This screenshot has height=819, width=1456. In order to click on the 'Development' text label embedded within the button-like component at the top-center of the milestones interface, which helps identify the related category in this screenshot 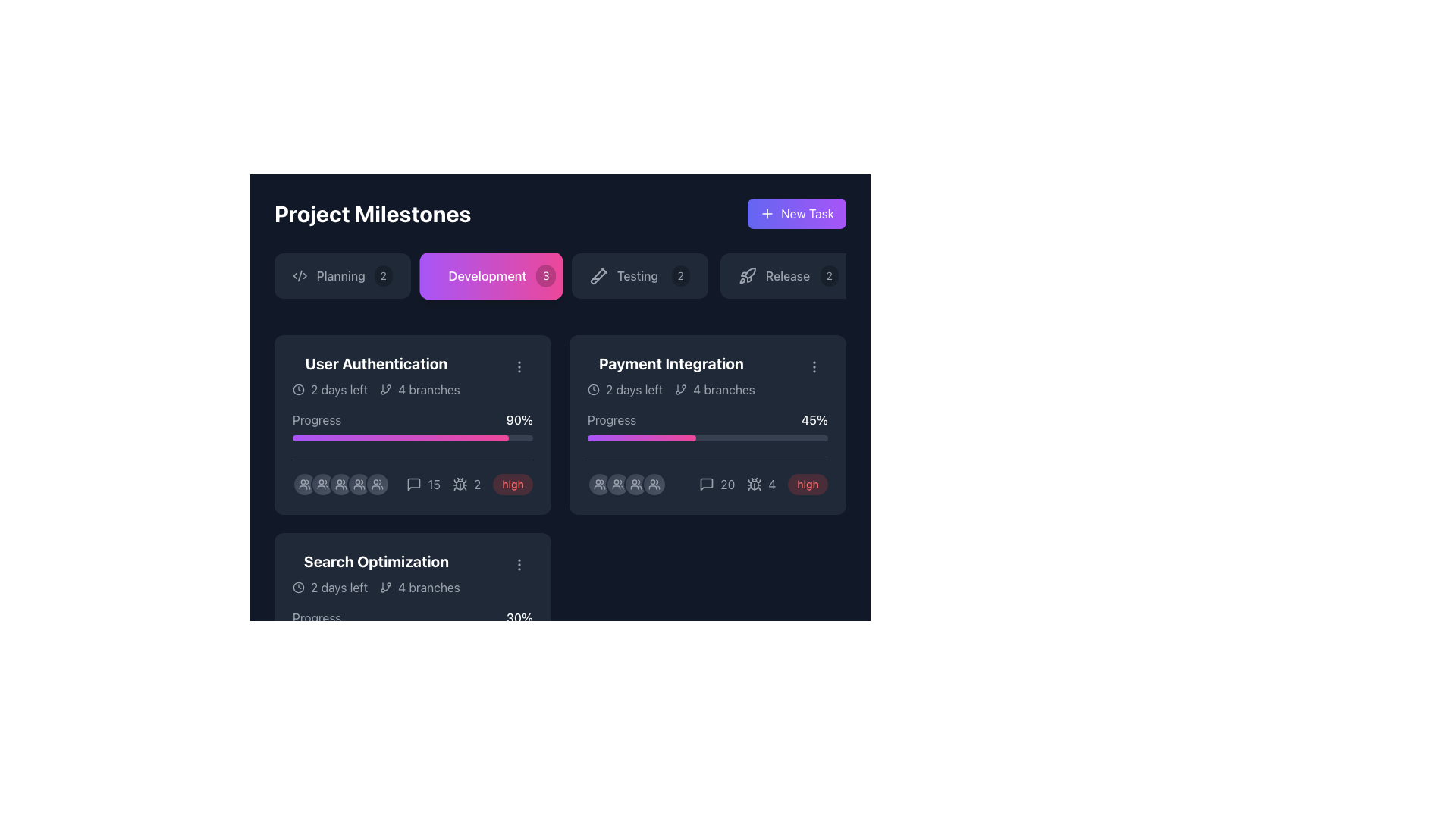, I will do `click(487, 275)`.